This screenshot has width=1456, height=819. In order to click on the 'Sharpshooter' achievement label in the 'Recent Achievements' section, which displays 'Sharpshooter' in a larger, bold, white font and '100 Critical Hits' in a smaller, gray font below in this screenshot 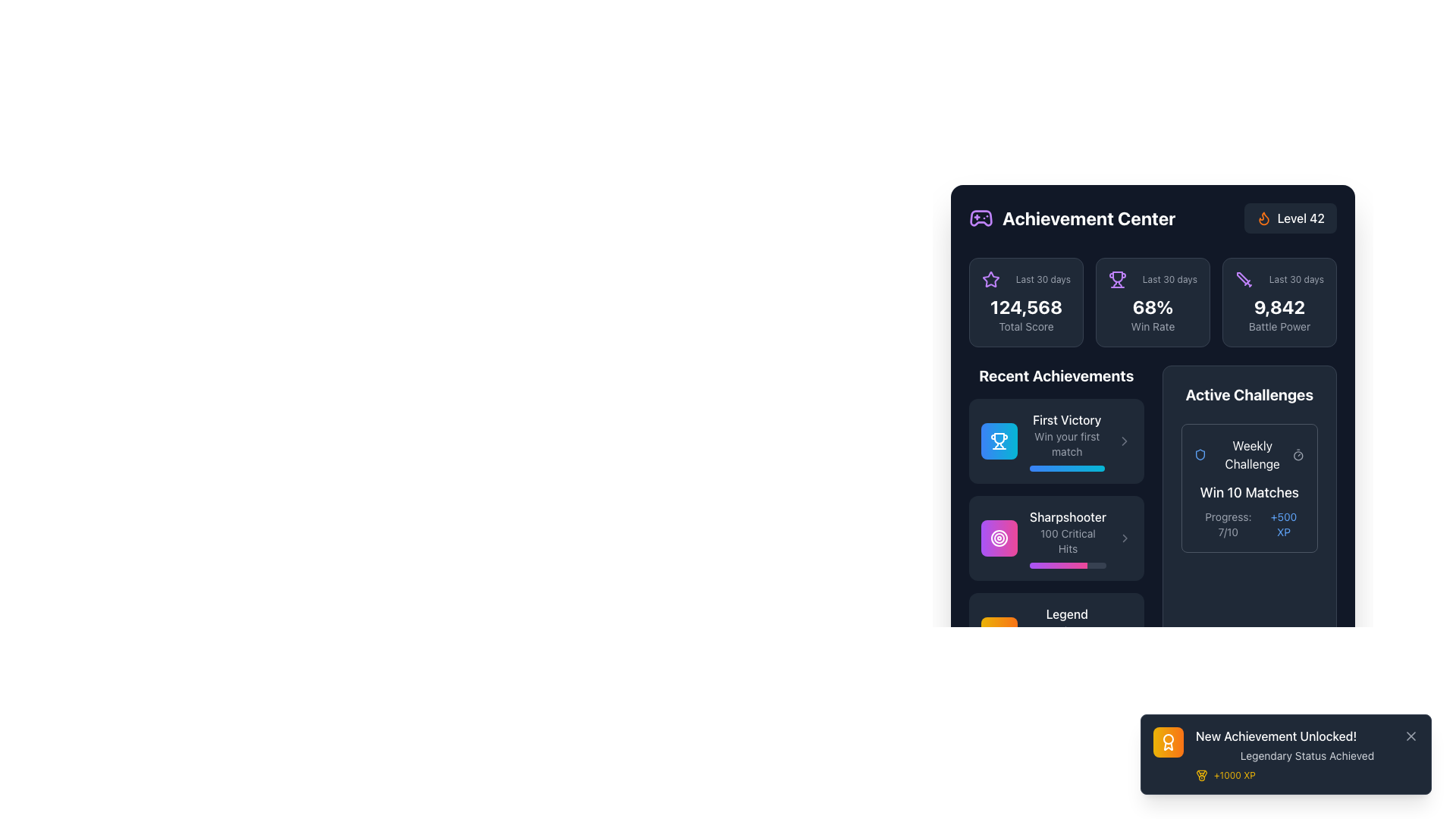, I will do `click(1067, 537)`.